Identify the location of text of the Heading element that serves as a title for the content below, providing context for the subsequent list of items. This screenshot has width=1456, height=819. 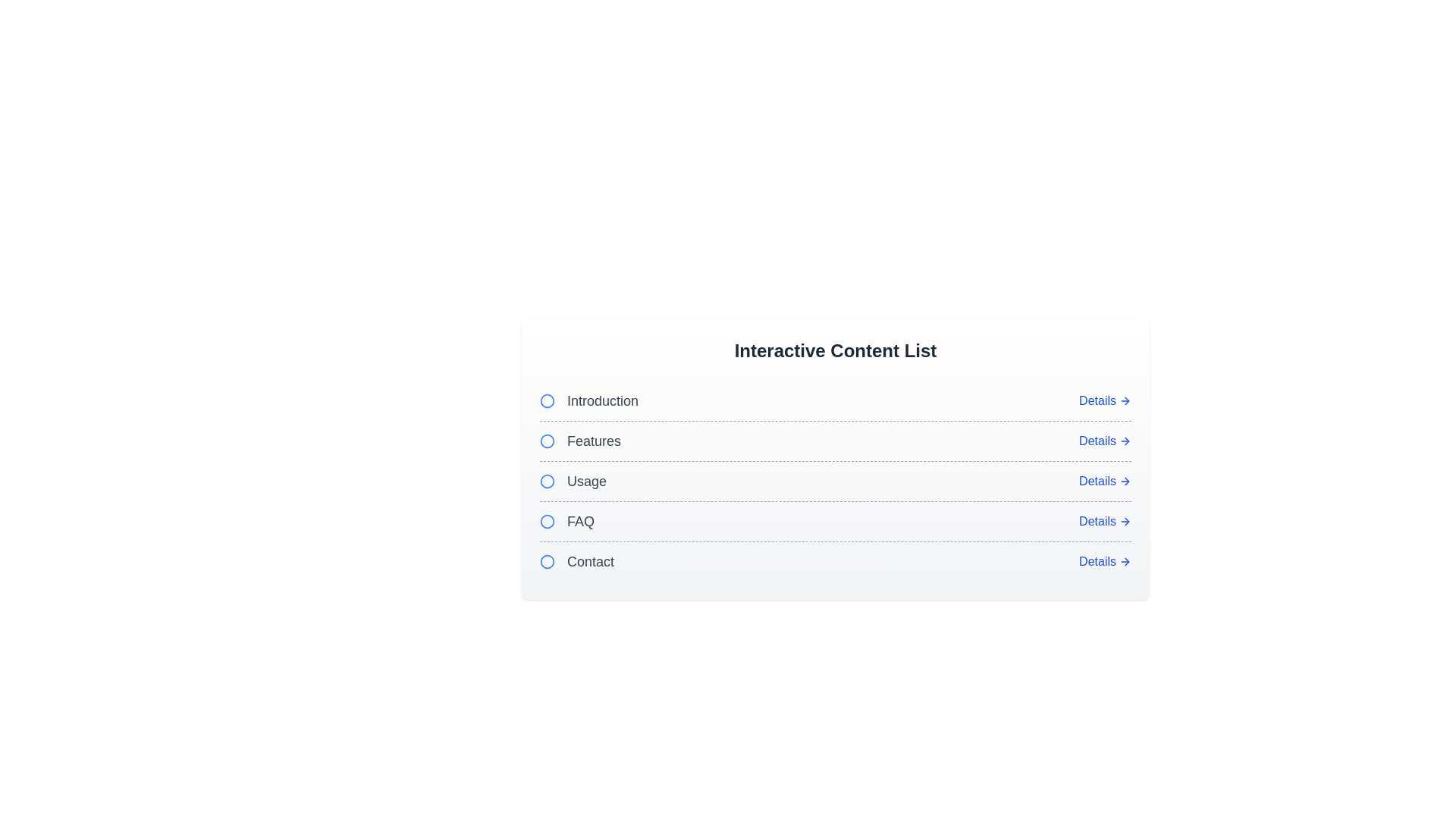
(835, 350).